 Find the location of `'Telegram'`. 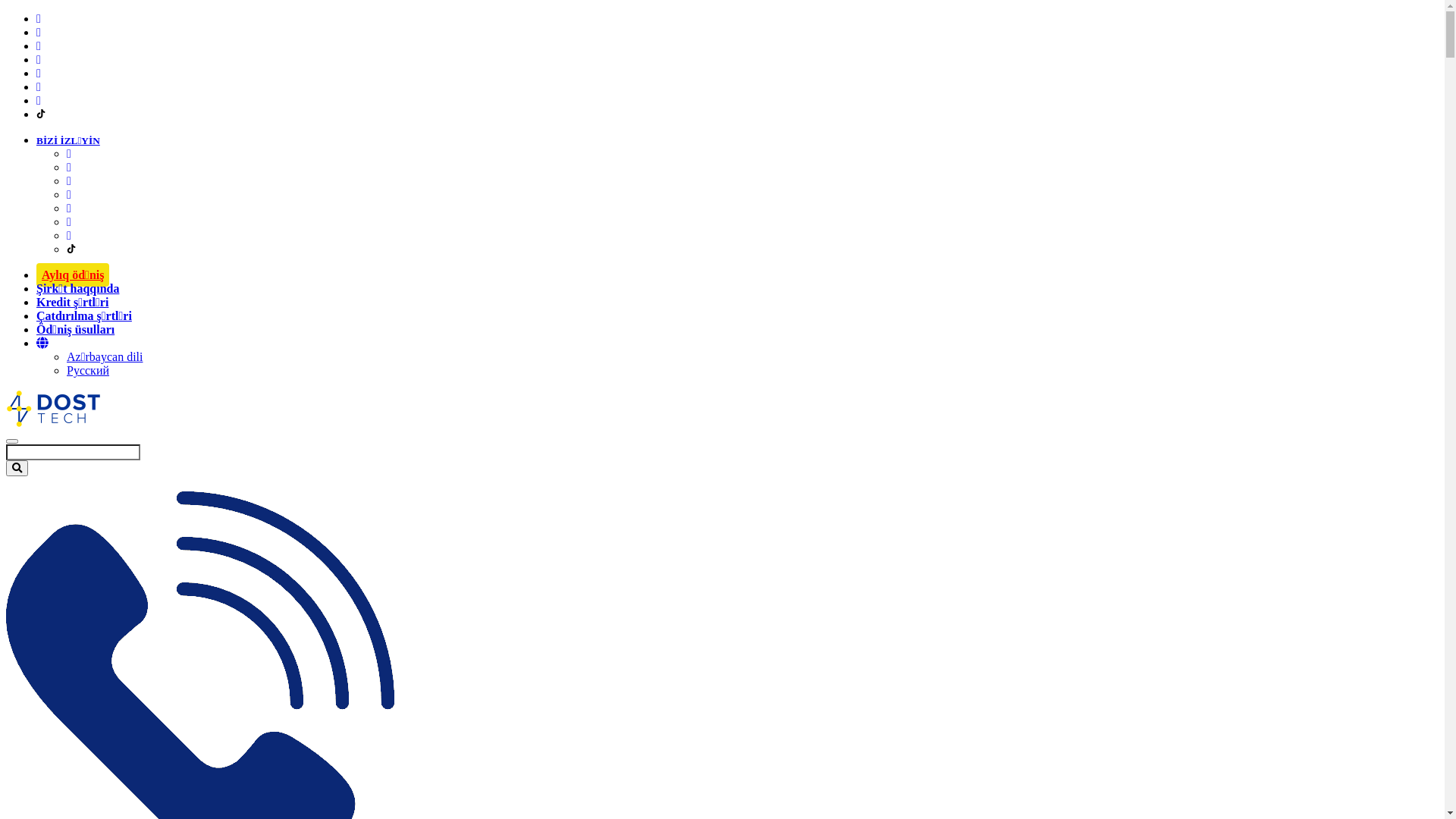

'Telegram' is located at coordinates (36, 86).